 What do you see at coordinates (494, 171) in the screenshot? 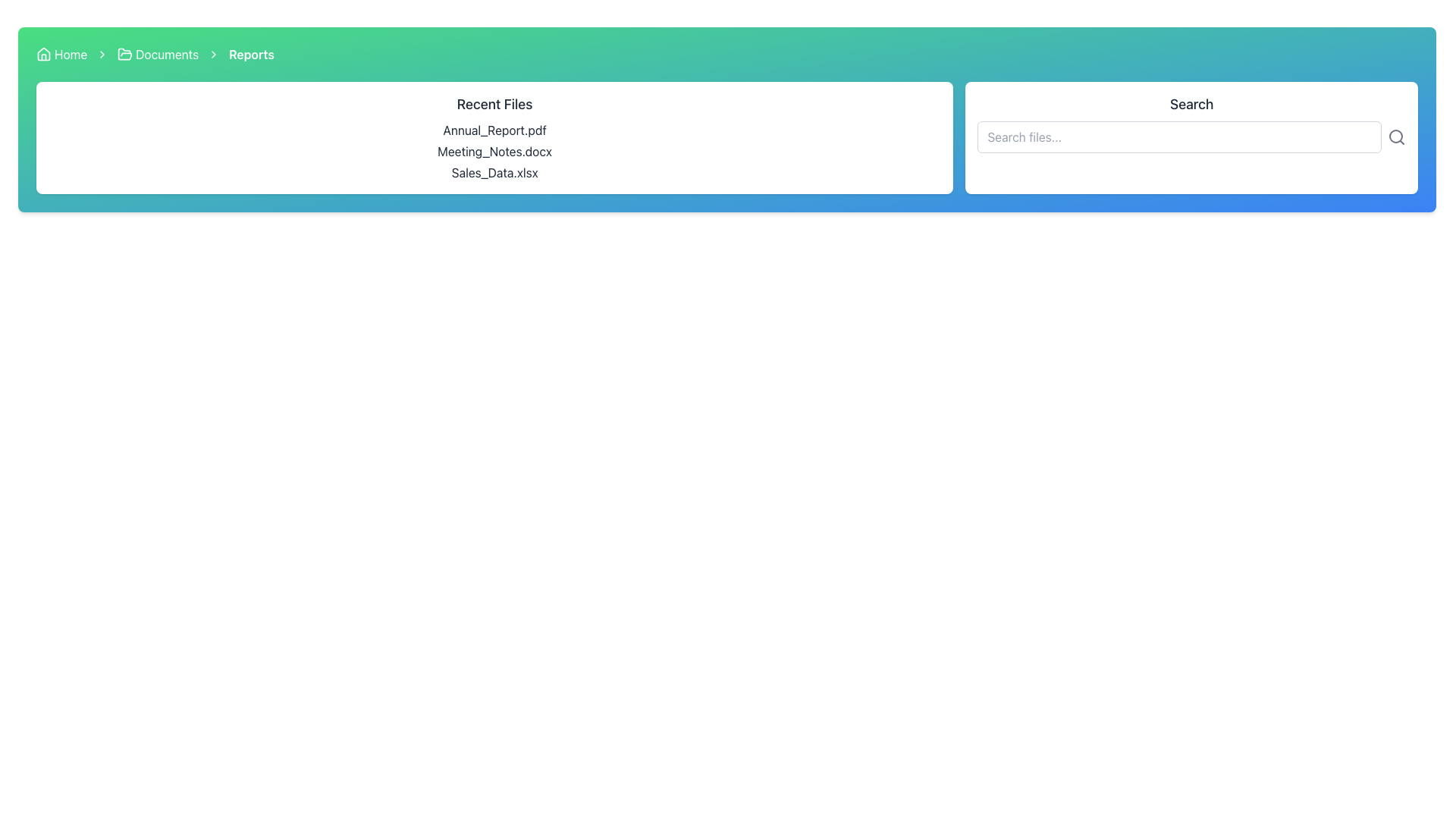
I see `the text label displaying 'Sales_Data.xlsx' which is the third item in the vertical list under 'Recent Files'` at bounding box center [494, 171].